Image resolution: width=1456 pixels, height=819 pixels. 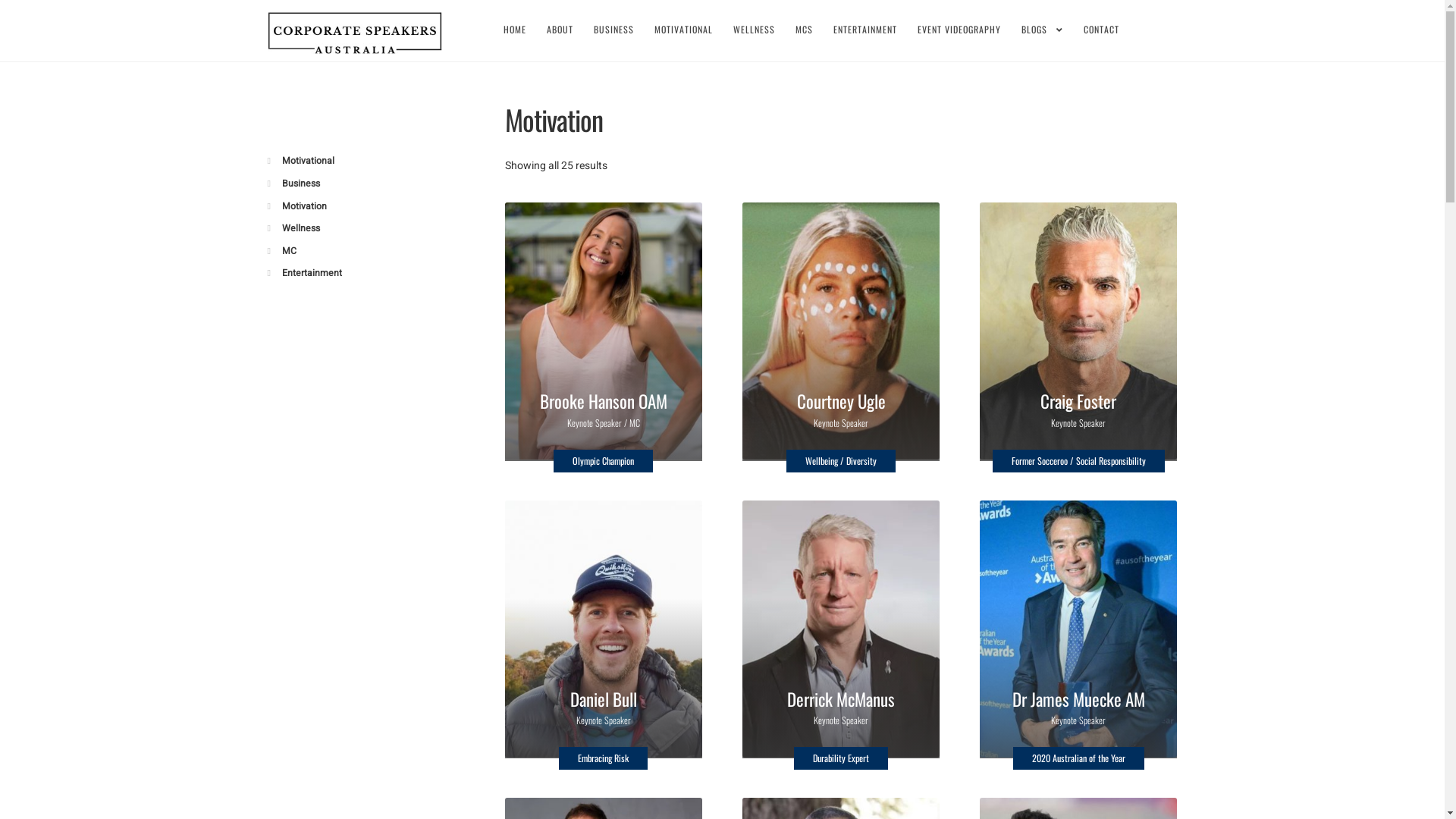 What do you see at coordinates (742, 330) in the screenshot?
I see `'Courtney Ugle` at bounding box center [742, 330].